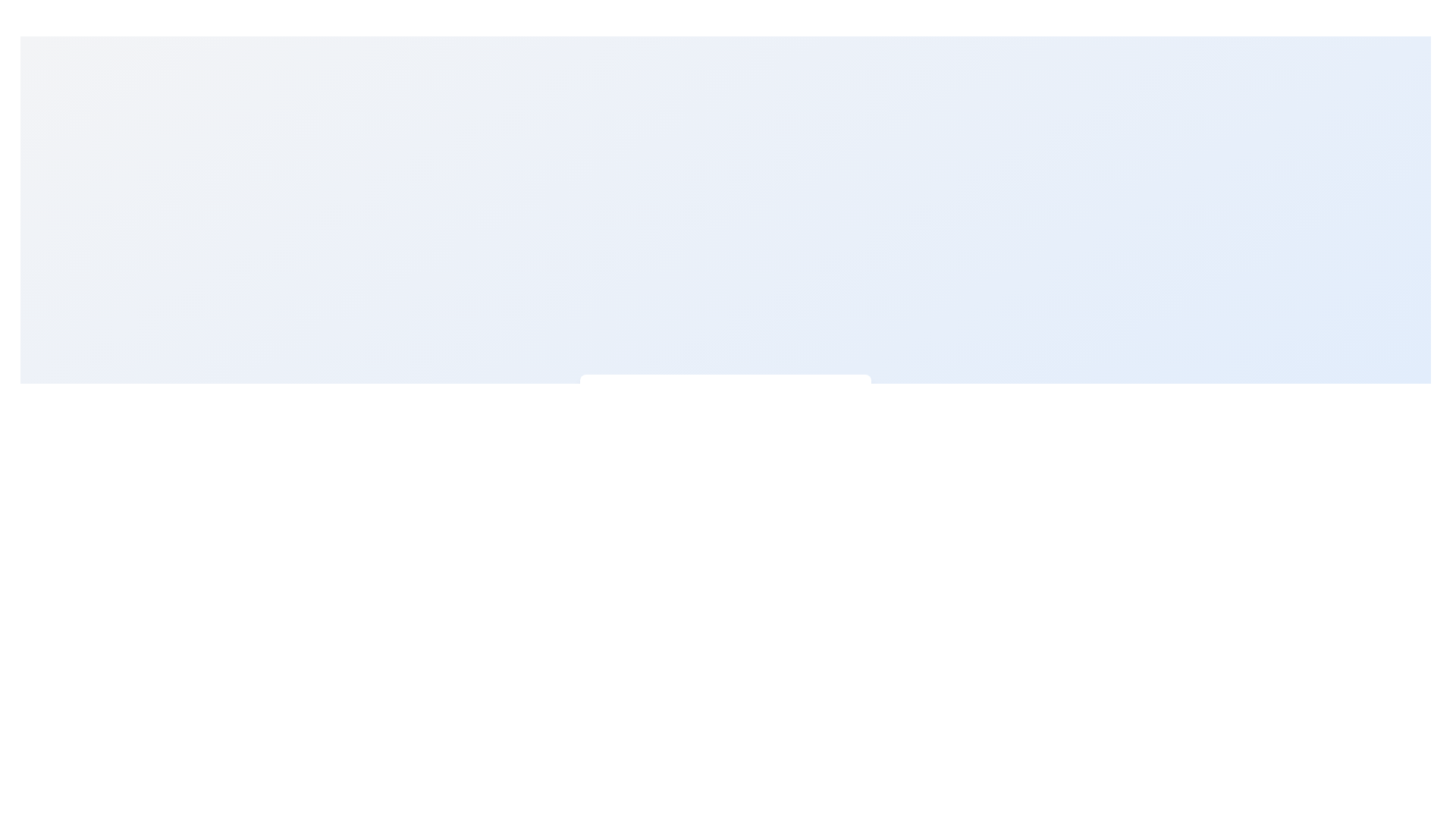 Image resolution: width=1456 pixels, height=819 pixels. I want to click on the decorative circle, which serves as a central symbolic component among its graphical siblings, so click(690, 483).